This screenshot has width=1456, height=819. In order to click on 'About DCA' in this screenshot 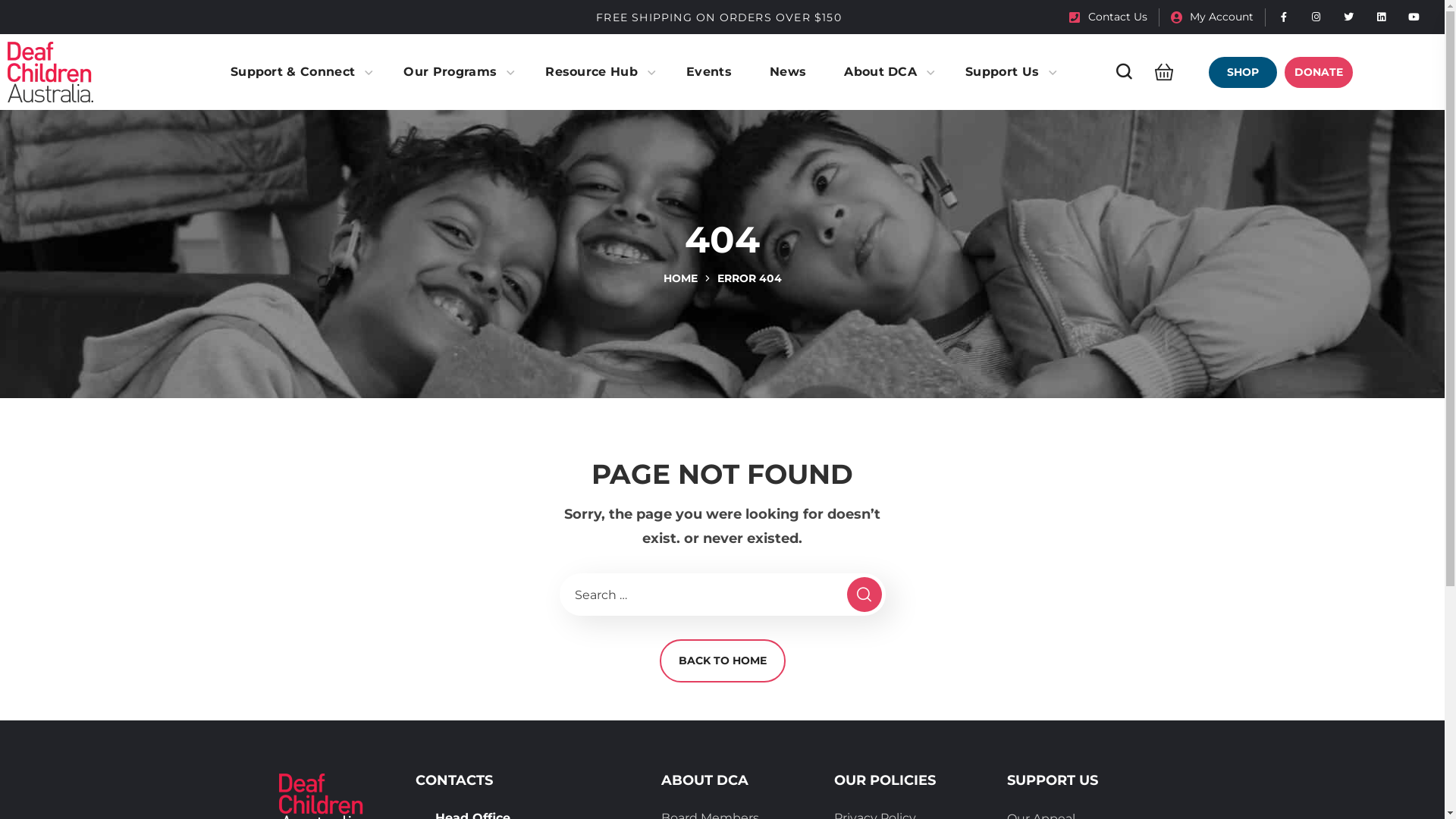, I will do `click(885, 72)`.